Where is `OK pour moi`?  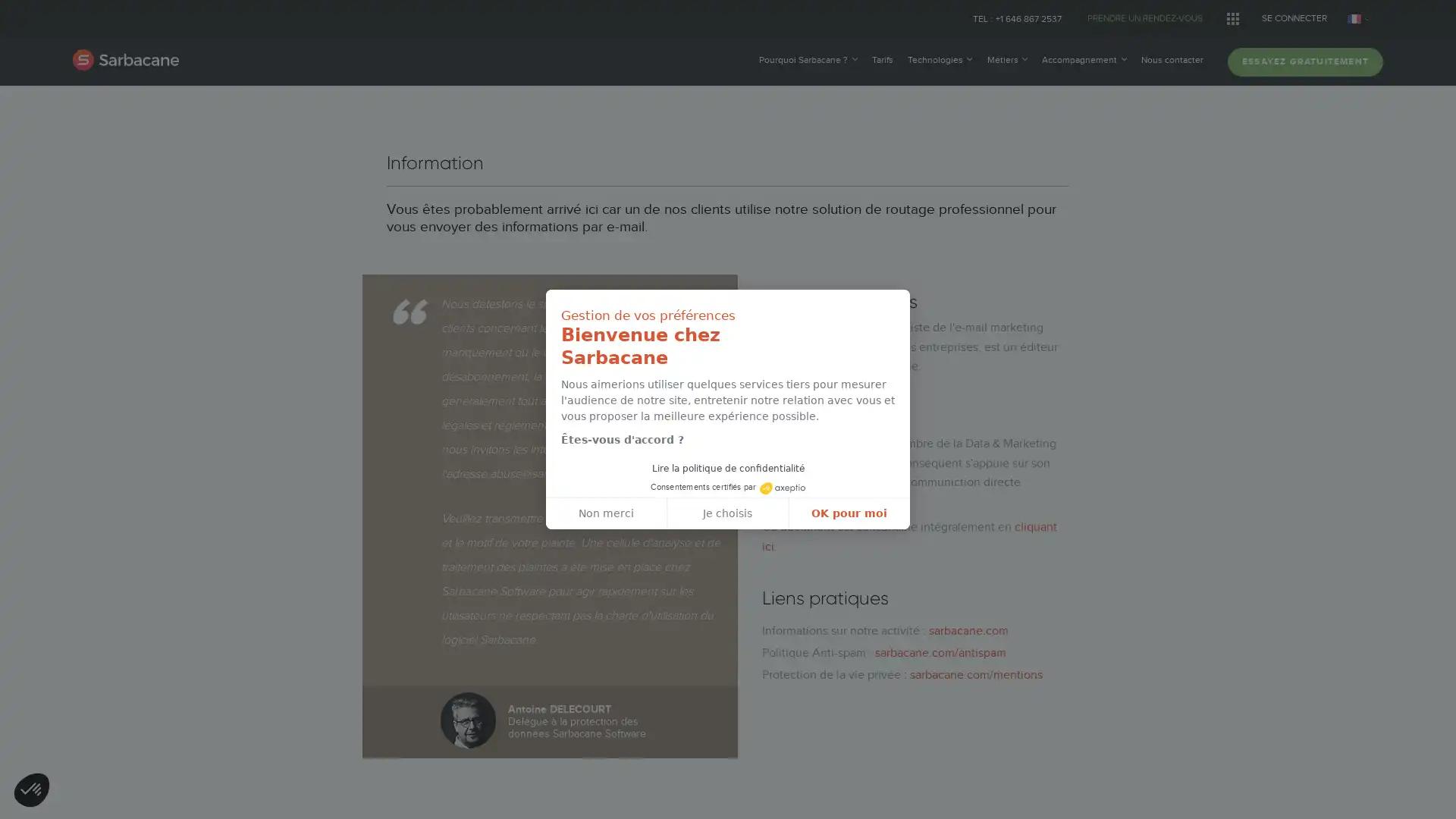 OK pour moi is located at coordinates (848, 513).